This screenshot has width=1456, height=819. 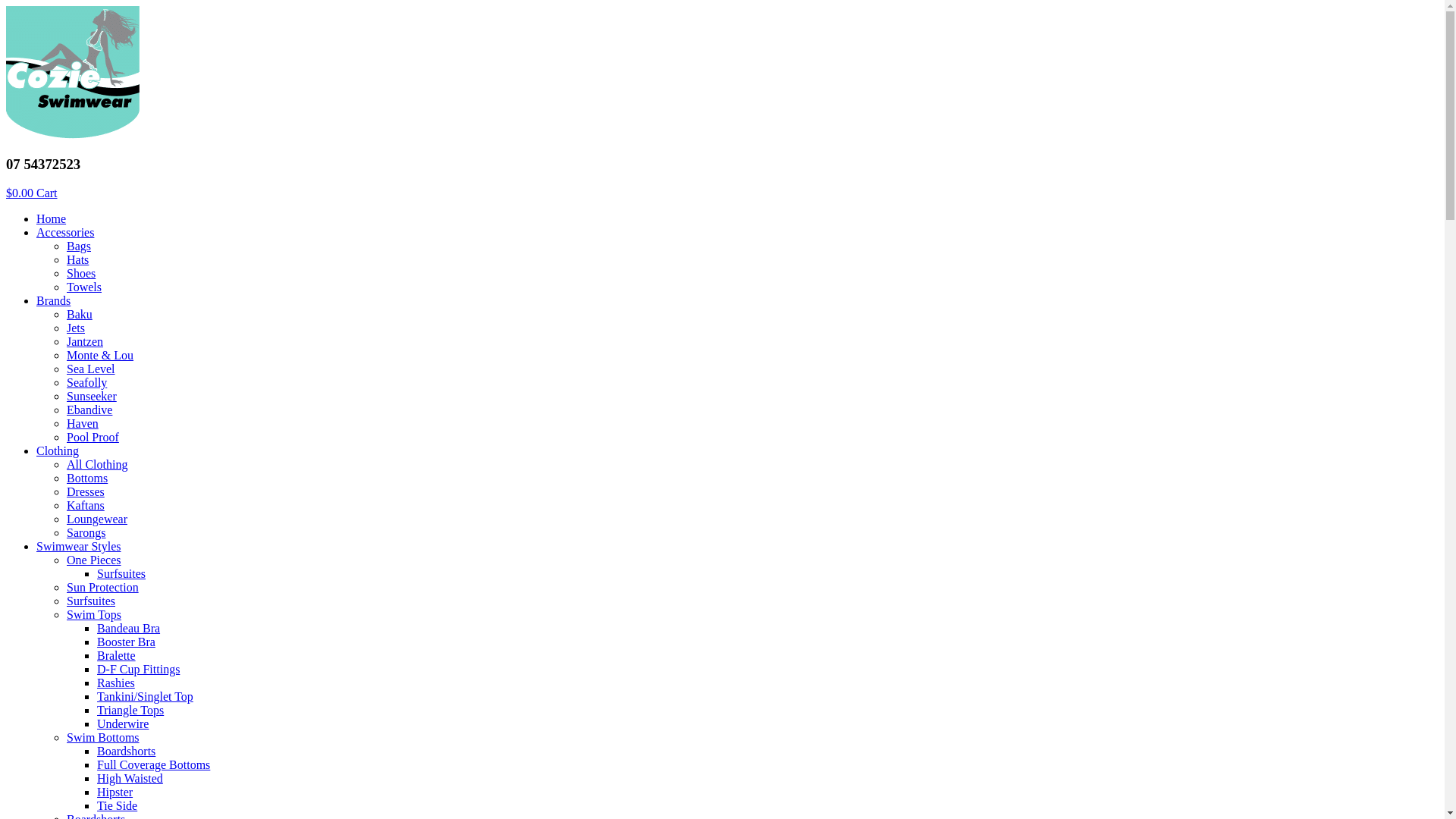 I want to click on 'Triangle Tops', so click(x=130, y=710).